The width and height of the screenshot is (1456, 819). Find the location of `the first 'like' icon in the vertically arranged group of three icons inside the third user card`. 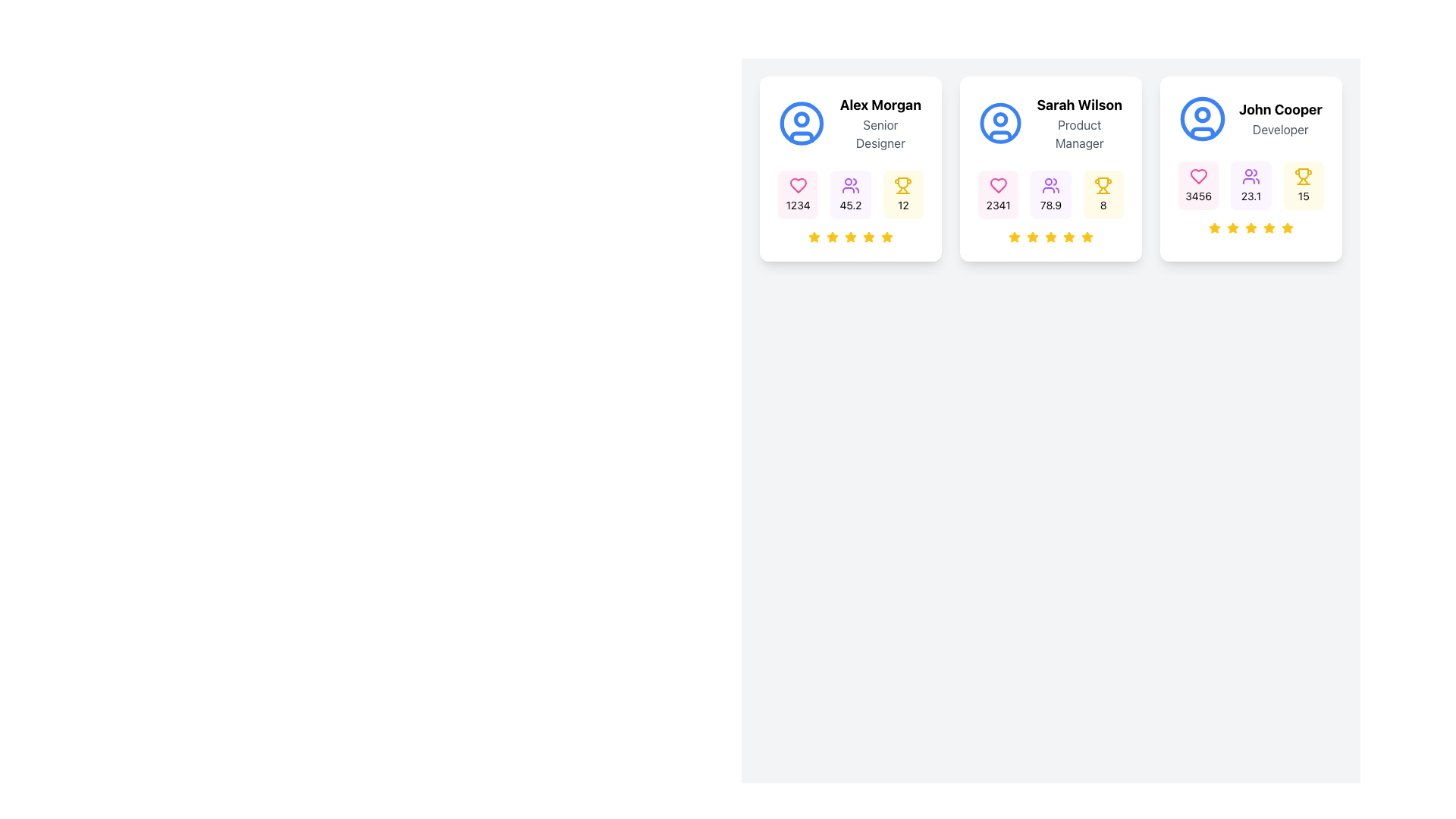

the first 'like' icon in the vertically arranged group of three icons inside the third user card is located at coordinates (1197, 175).